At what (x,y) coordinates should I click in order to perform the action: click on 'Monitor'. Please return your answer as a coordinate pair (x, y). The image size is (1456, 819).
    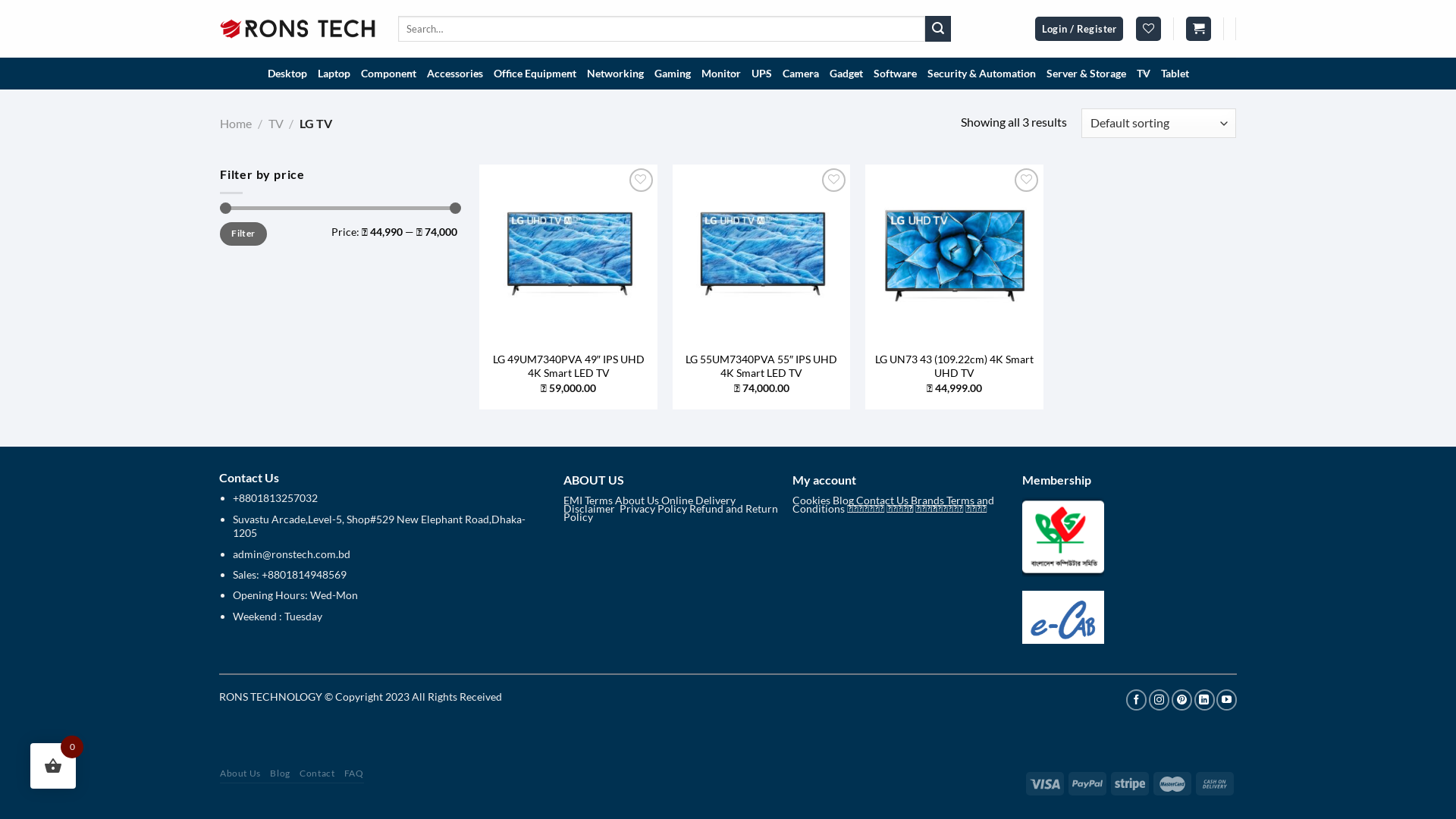
    Looking at the image, I should click on (720, 73).